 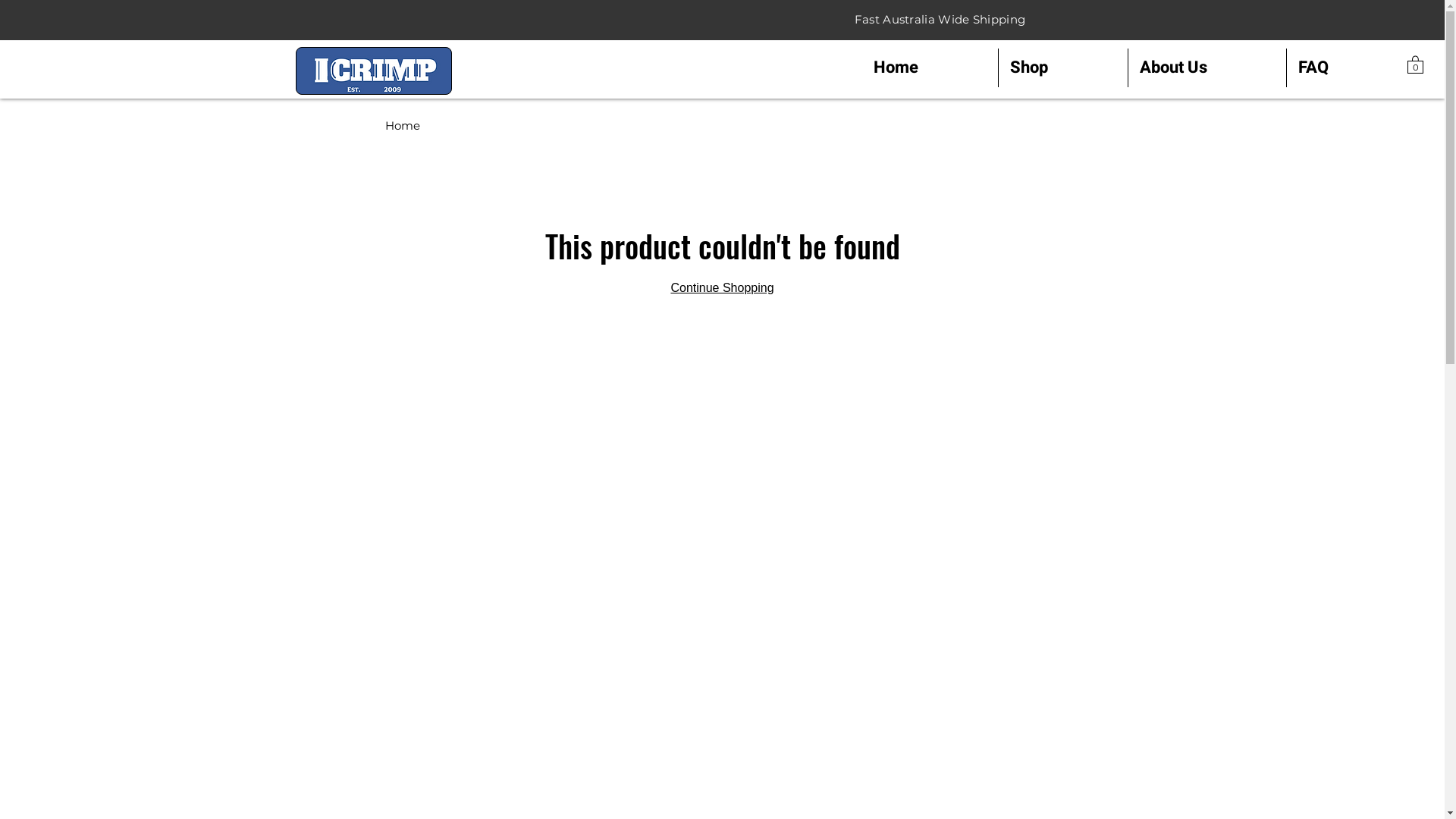 I want to click on '0', so click(x=1407, y=63).